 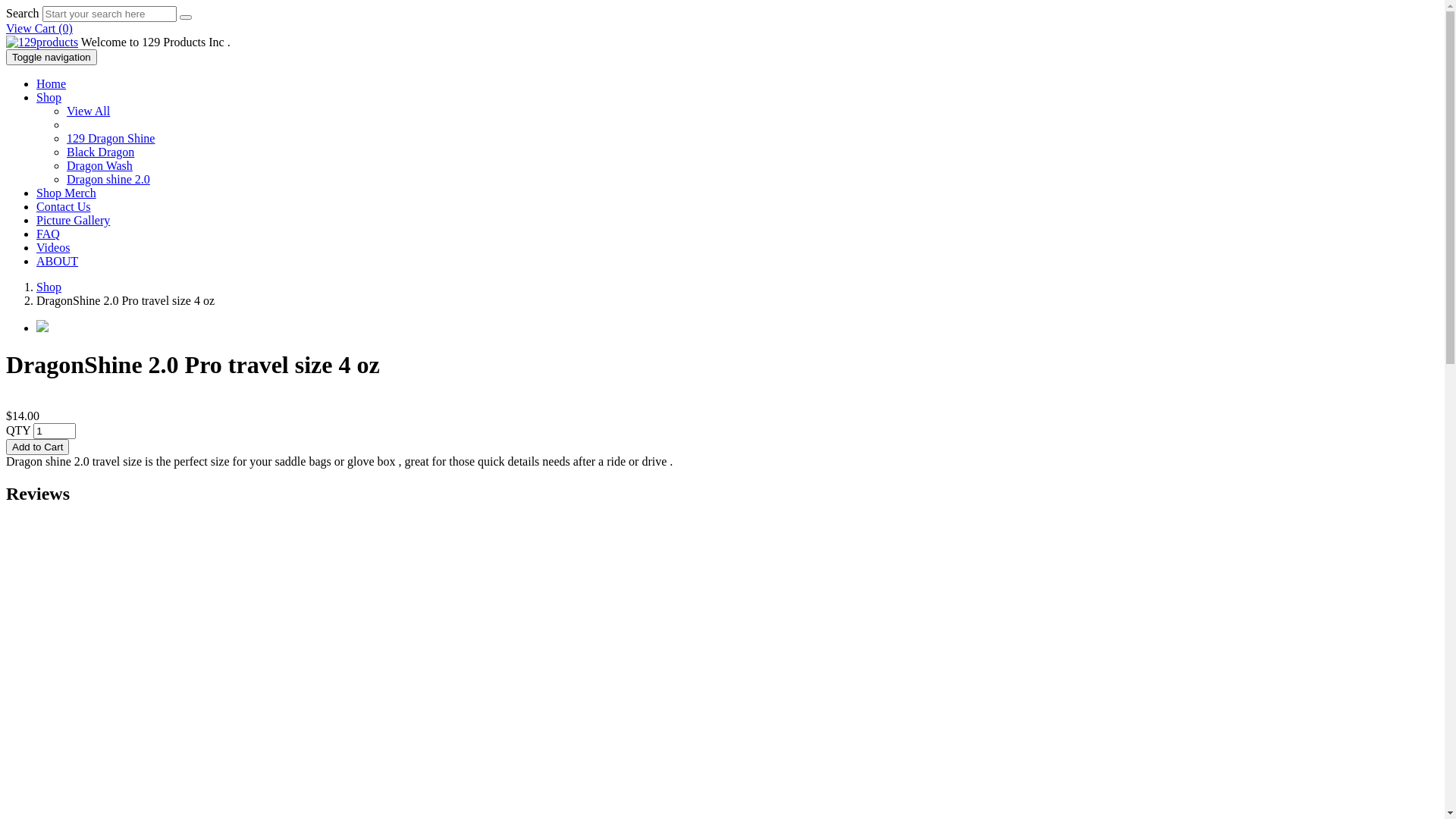 What do you see at coordinates (72, 220) in the screenshot?
I see `'Picture Gallery'` at bounding box center [72, 220].